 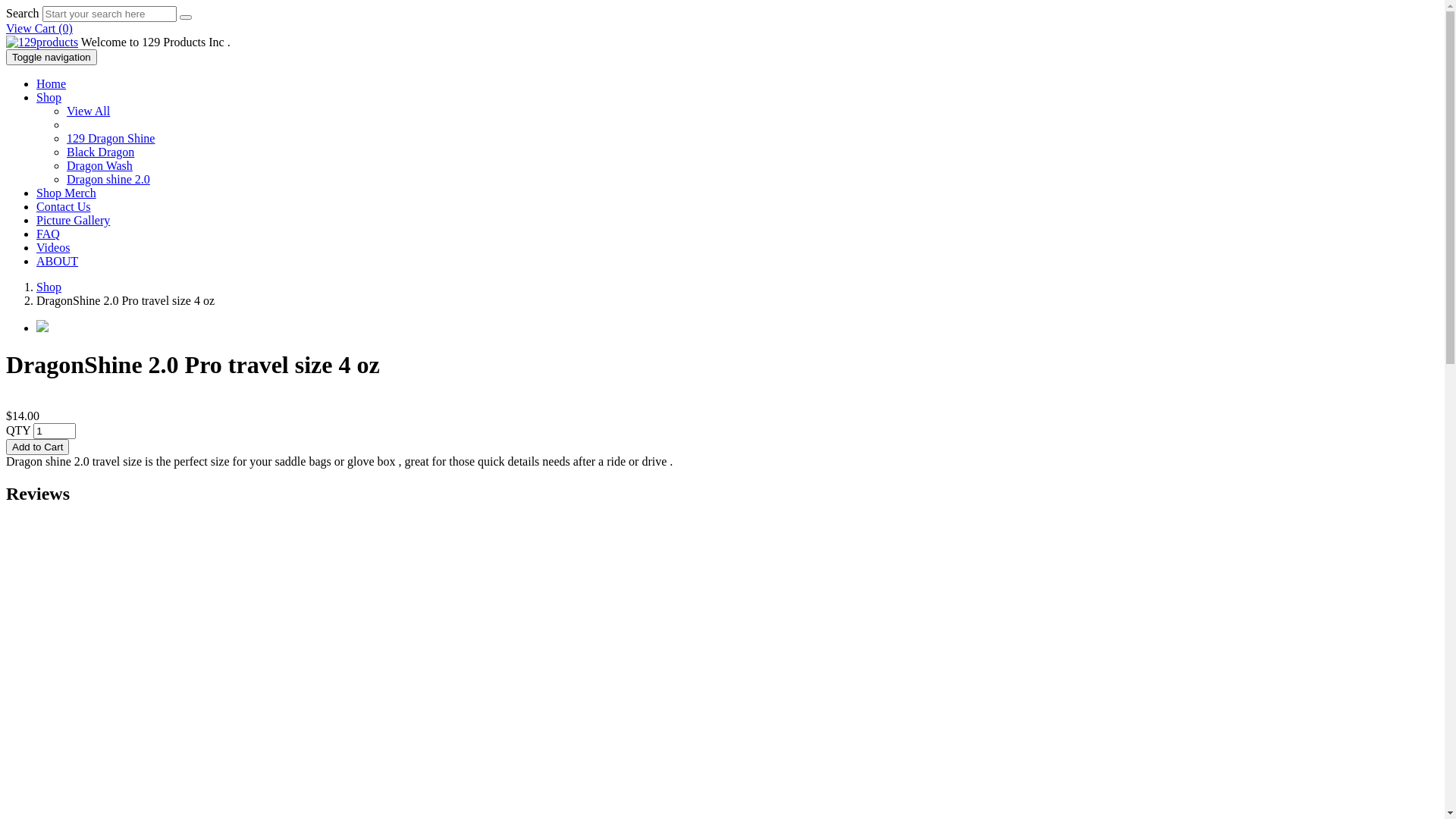 What do you see at coordinates (72, 220) in the screenshot?
I see `'Picture Gallery'` at bounding box center [72, 220].